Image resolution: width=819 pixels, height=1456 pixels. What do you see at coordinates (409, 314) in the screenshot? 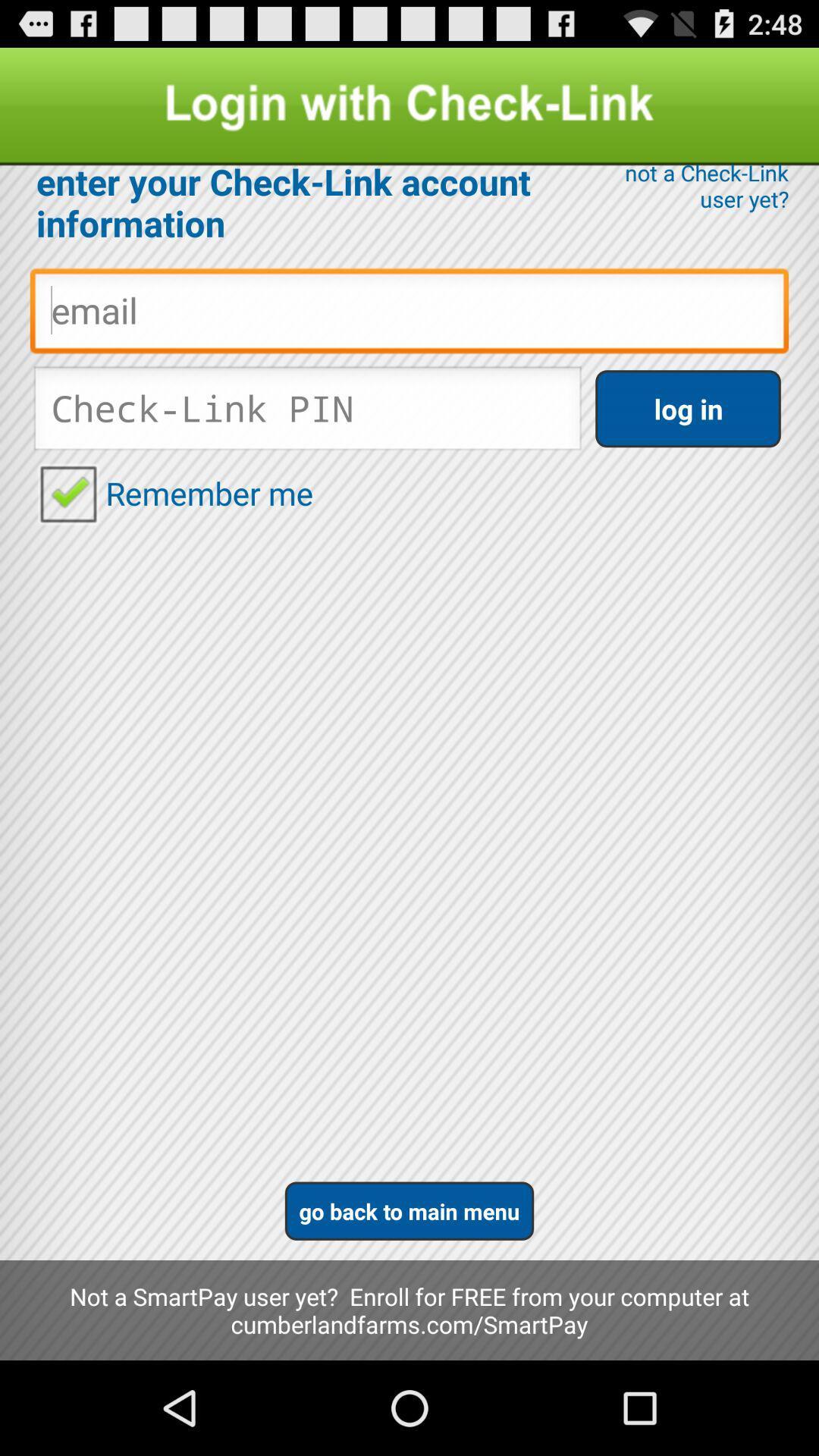
I see `put email` at bounding box center [409, 314].